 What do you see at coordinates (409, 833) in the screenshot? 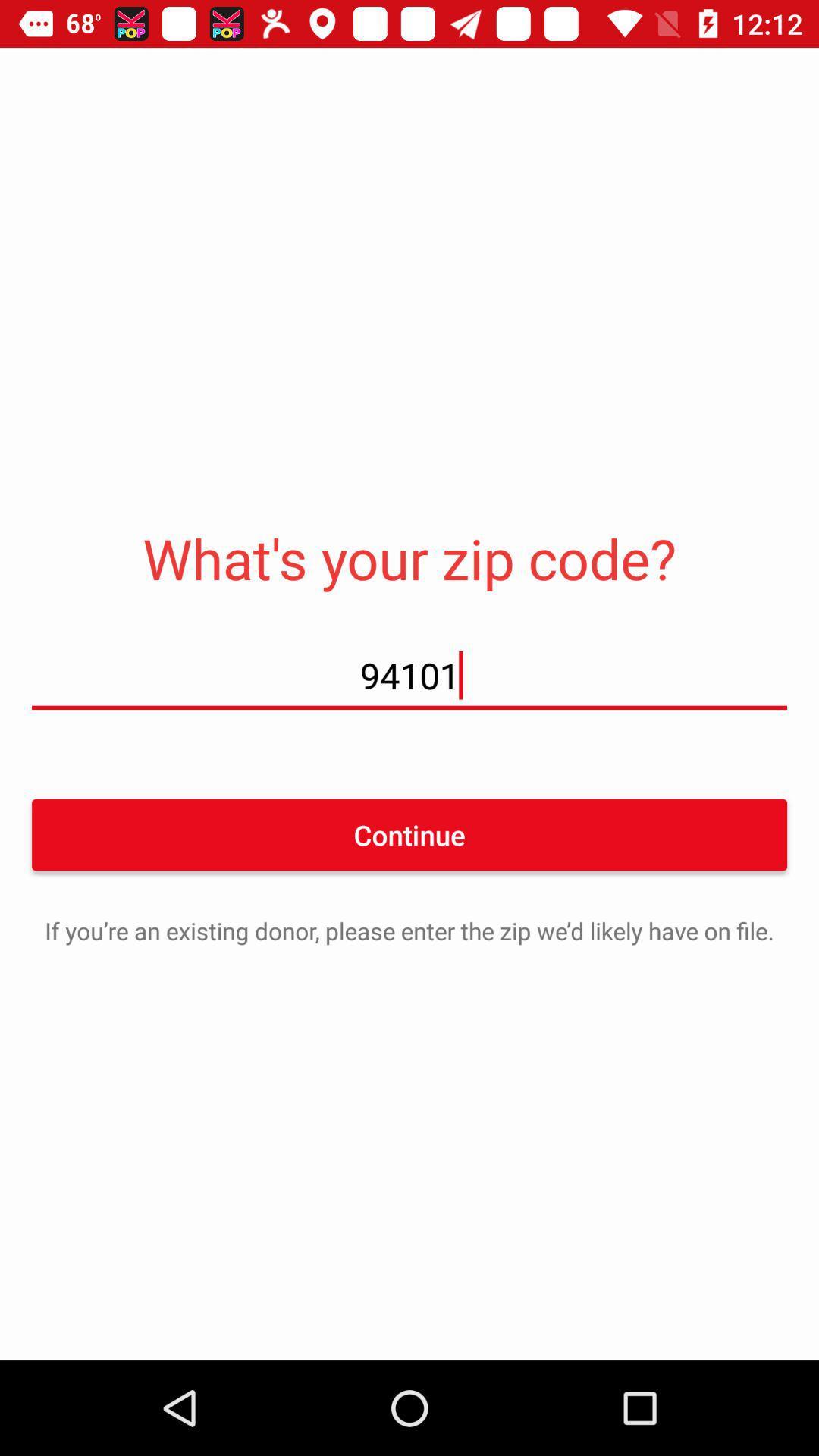
I see `the continue item` at bounding box center [409, 833].